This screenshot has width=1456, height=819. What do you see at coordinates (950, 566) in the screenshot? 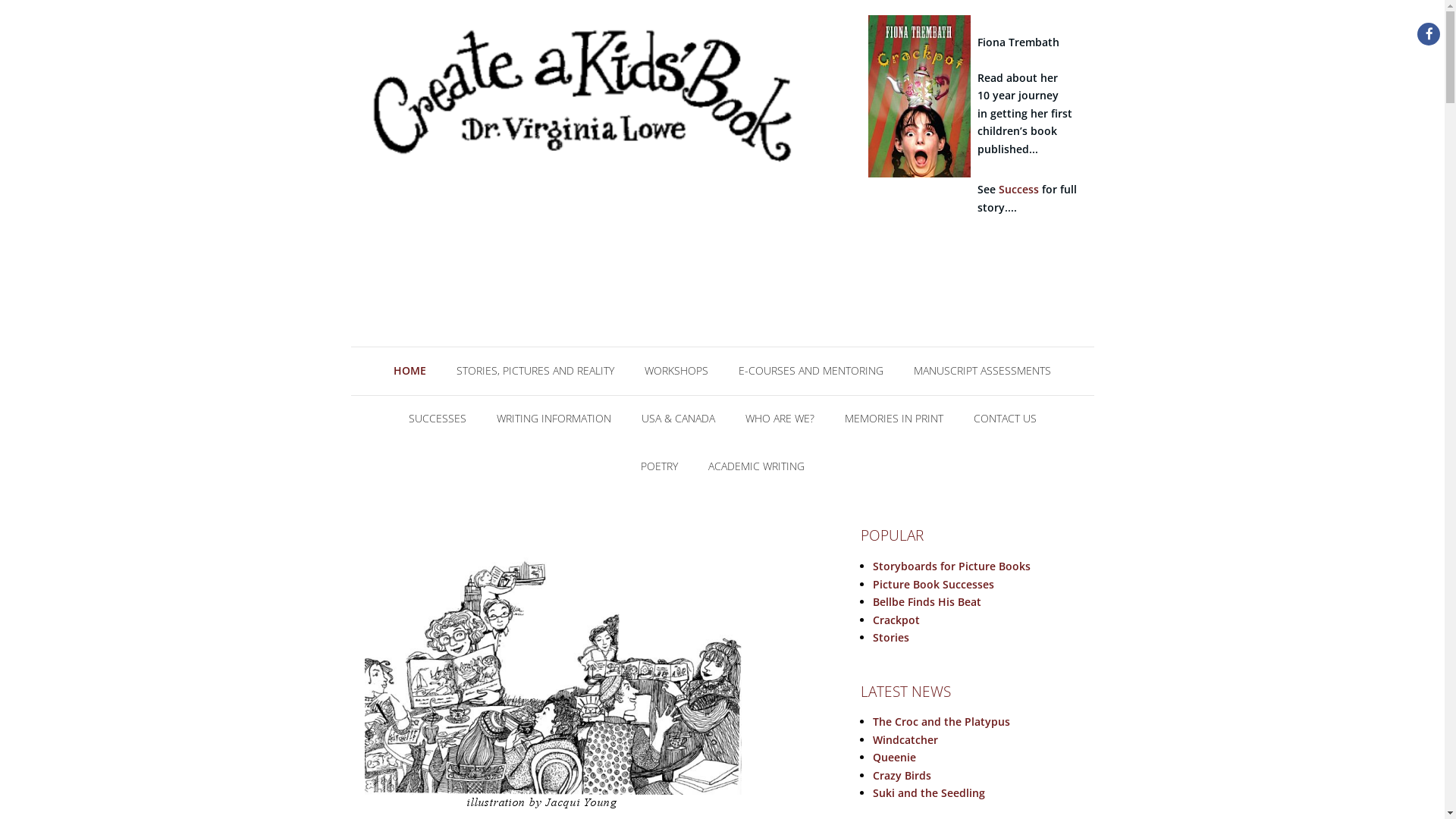
I see `'Storyboards for Picture Books'` at bounding box center [950, 566].